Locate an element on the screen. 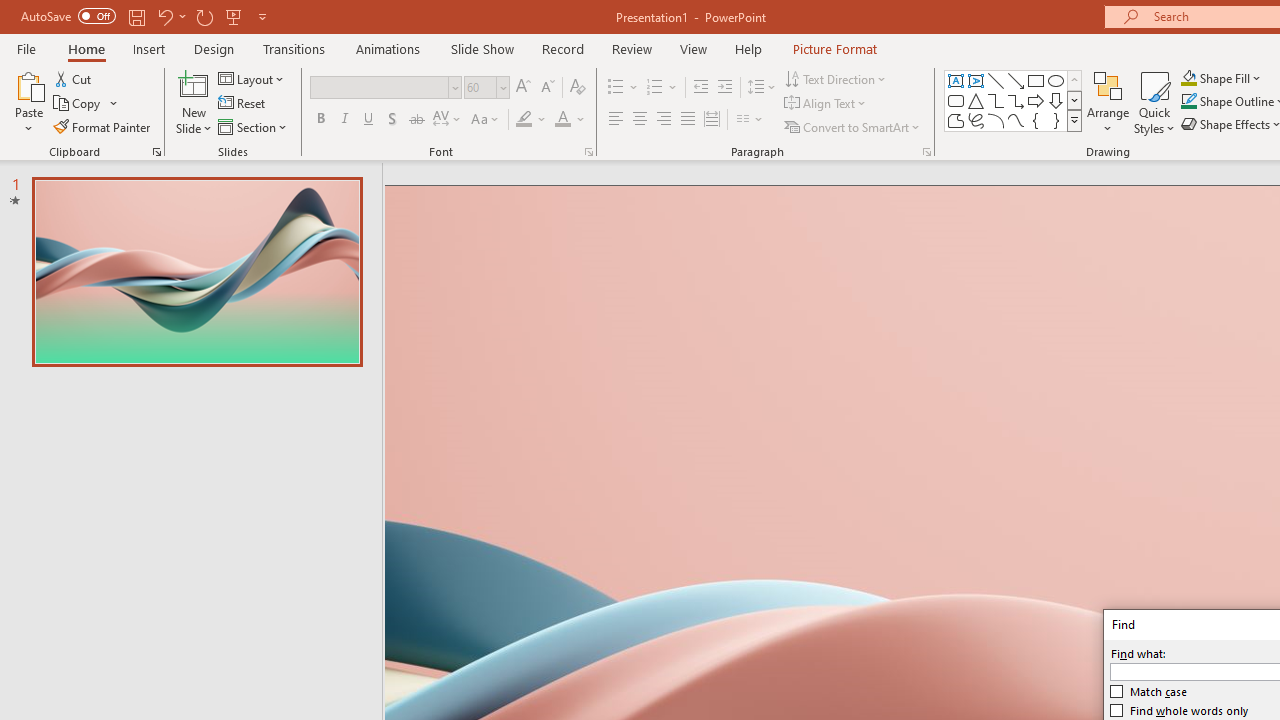 Image resolution: width=1280 pixels, height=720 pixels. 'Italic' is located at coordinates (344, 119).